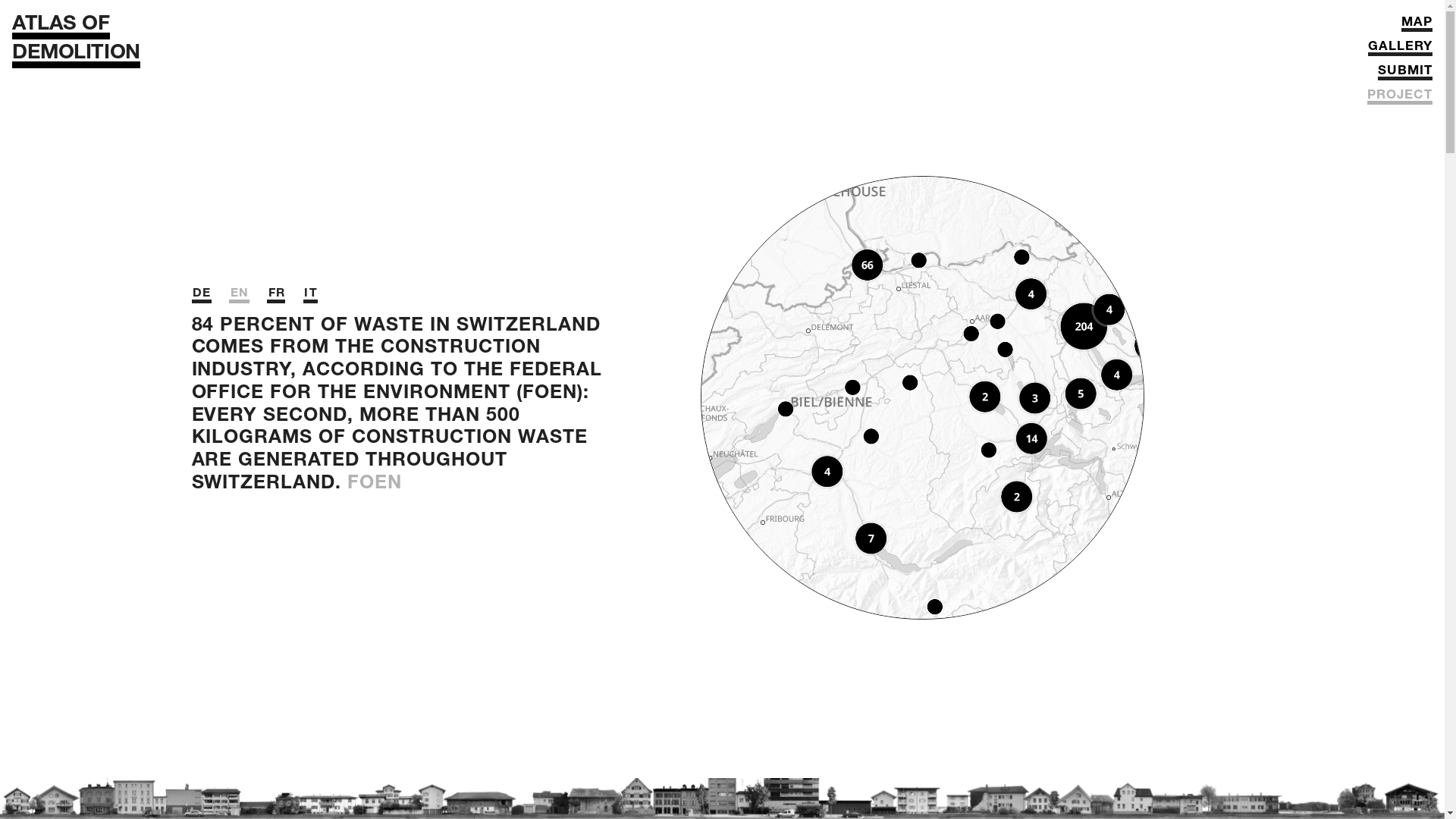 This screenshot has height=819, width=1456. I want to click on 'GALLERY', so click(1368, 49).